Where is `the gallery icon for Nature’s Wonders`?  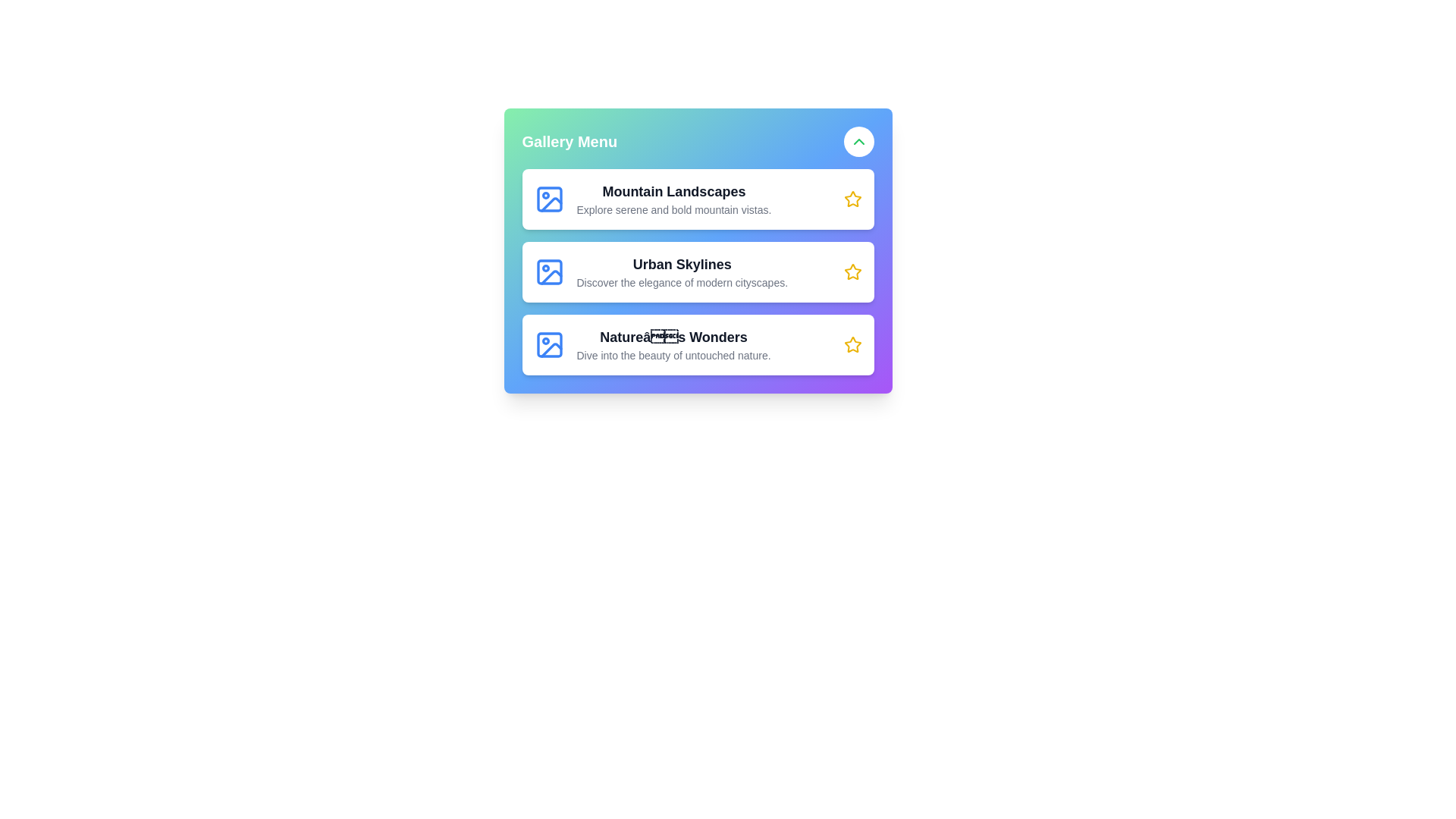
the gallery icon for Nature’s Wonders is located at coordinates (548, 345).